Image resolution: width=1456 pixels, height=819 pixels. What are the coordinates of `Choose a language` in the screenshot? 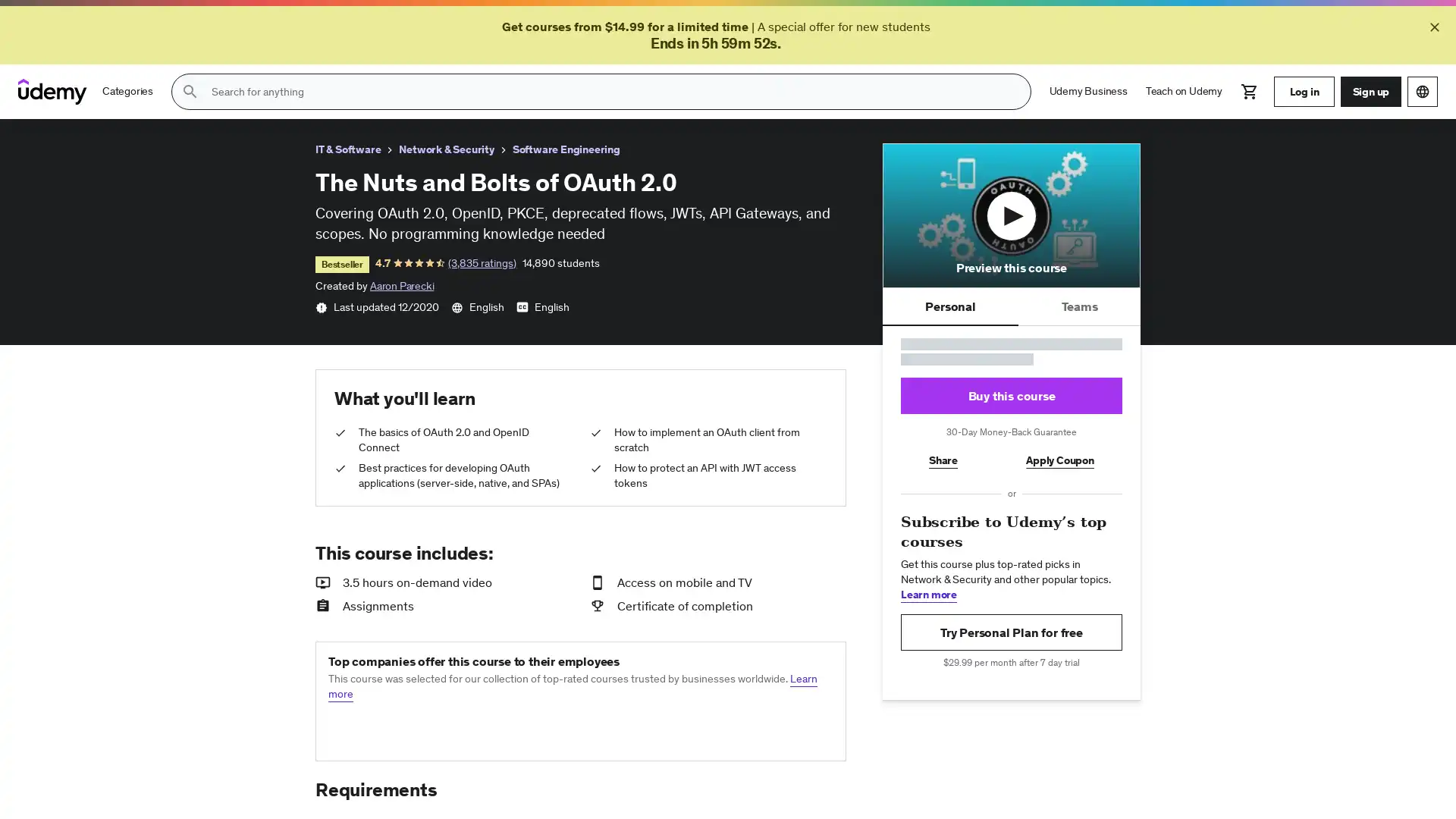 It's located at (1422, 91).